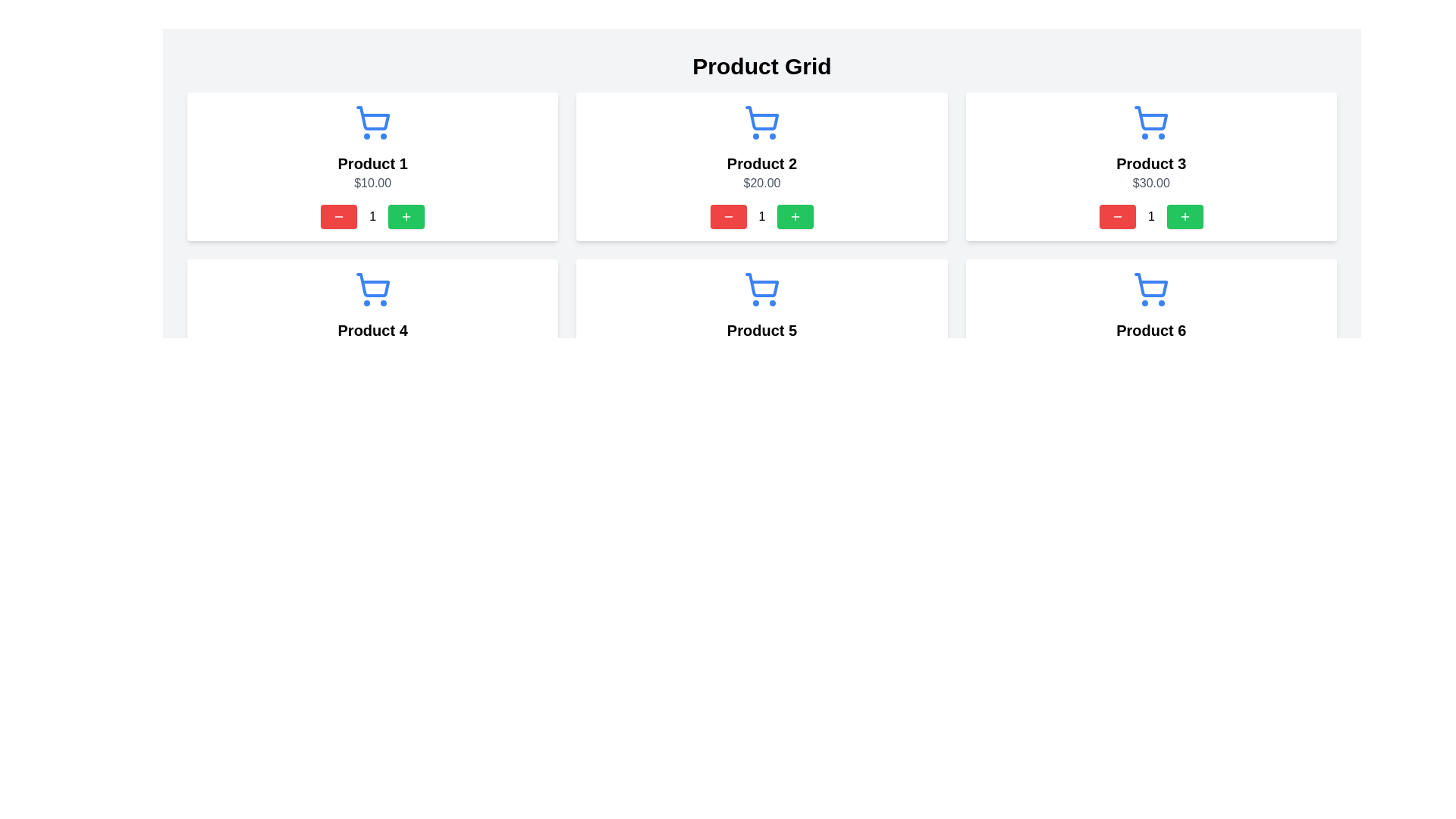 The height and width of the screenshot is (819, 1456). I want to click on the static text label displaying the price of 'Product 1', located beneath the title and above the quantity adjustment buttons in the first product card, so click(372, 183).